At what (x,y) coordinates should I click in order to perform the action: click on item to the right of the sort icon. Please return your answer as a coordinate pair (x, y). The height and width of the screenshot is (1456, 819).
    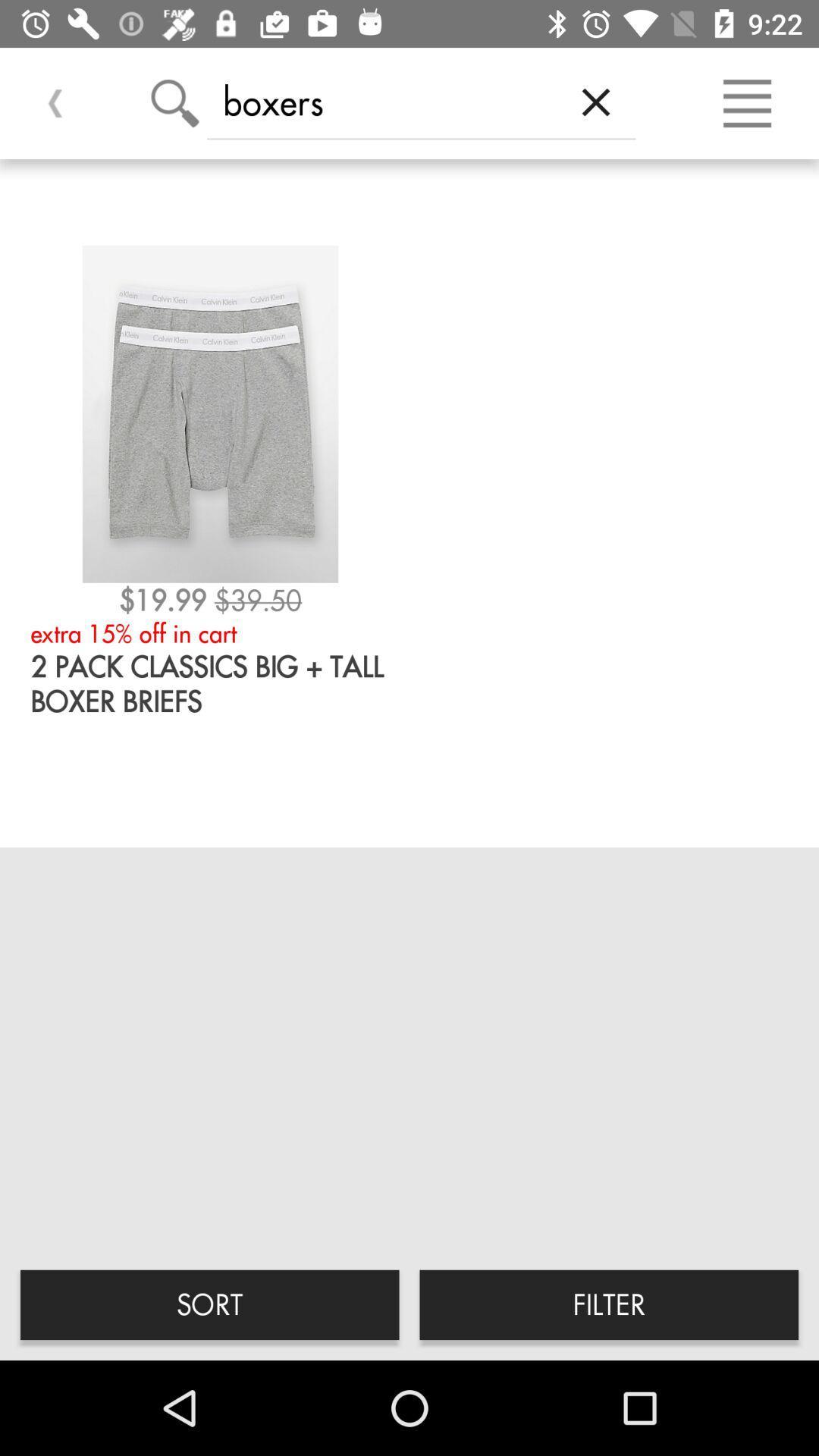
    Looking at the image, I should click on (608, 1304).